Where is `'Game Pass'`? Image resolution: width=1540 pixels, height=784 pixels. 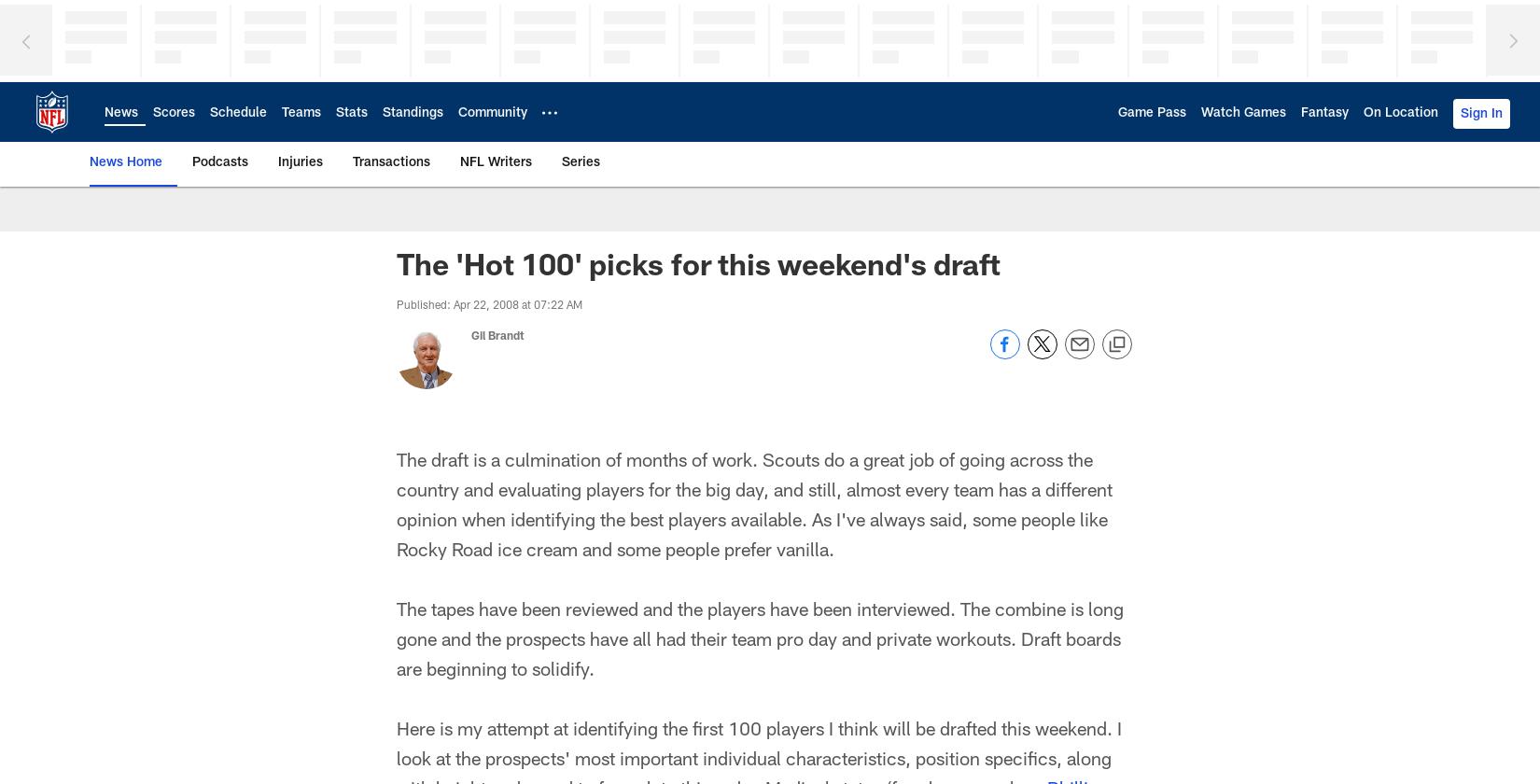
'Game Pass' is located at coordinates (1152, 112).